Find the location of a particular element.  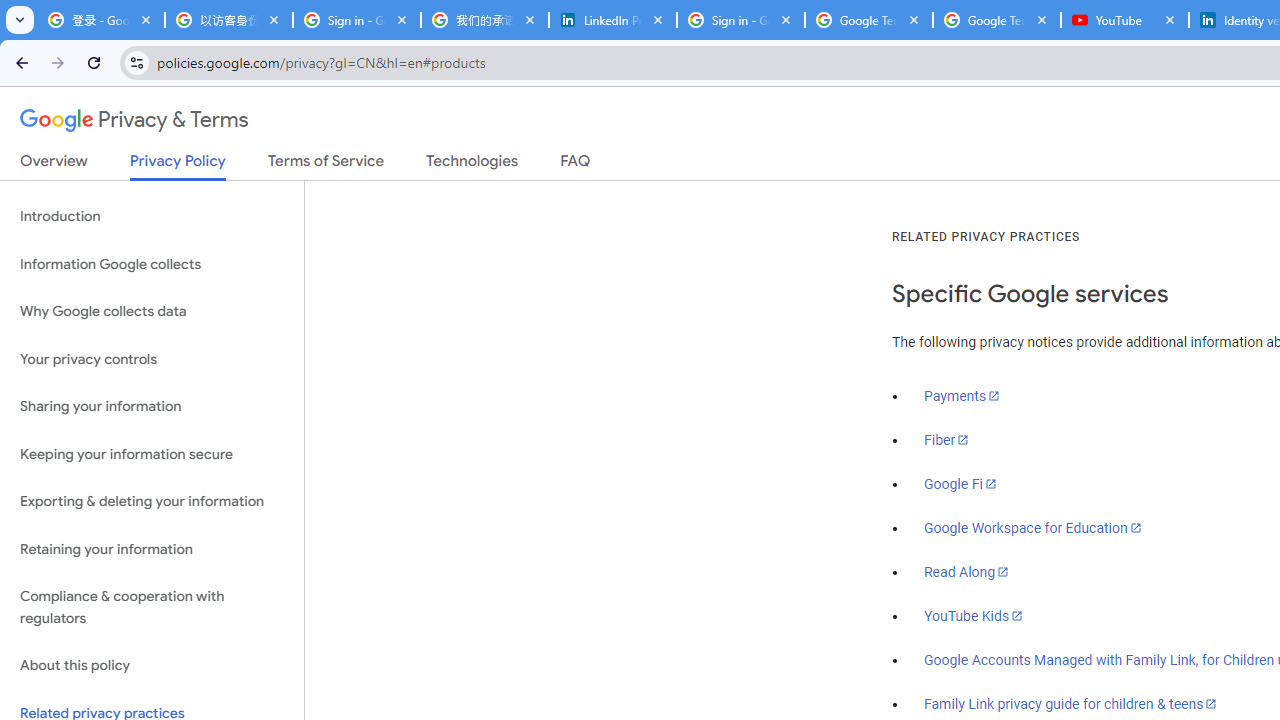

'Google Workspace for Education' is located at coordinates (1032, 527).